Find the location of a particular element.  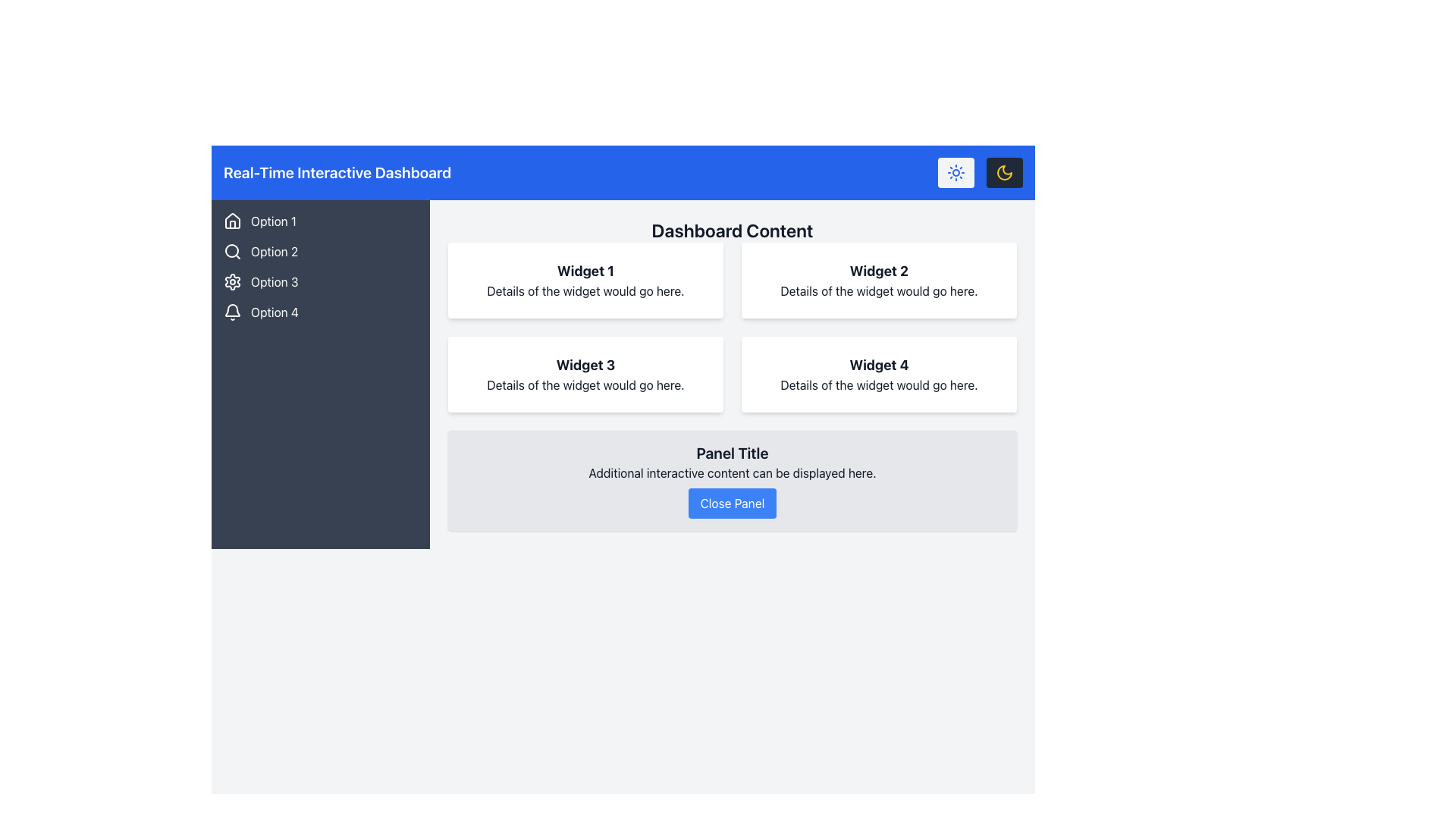

bold, large-sized text label that reads 'Widget 1', located in the top-left widget of a 2x2 grid layout in the 'Dashboard Content' section is located at coordinates (585, 271).